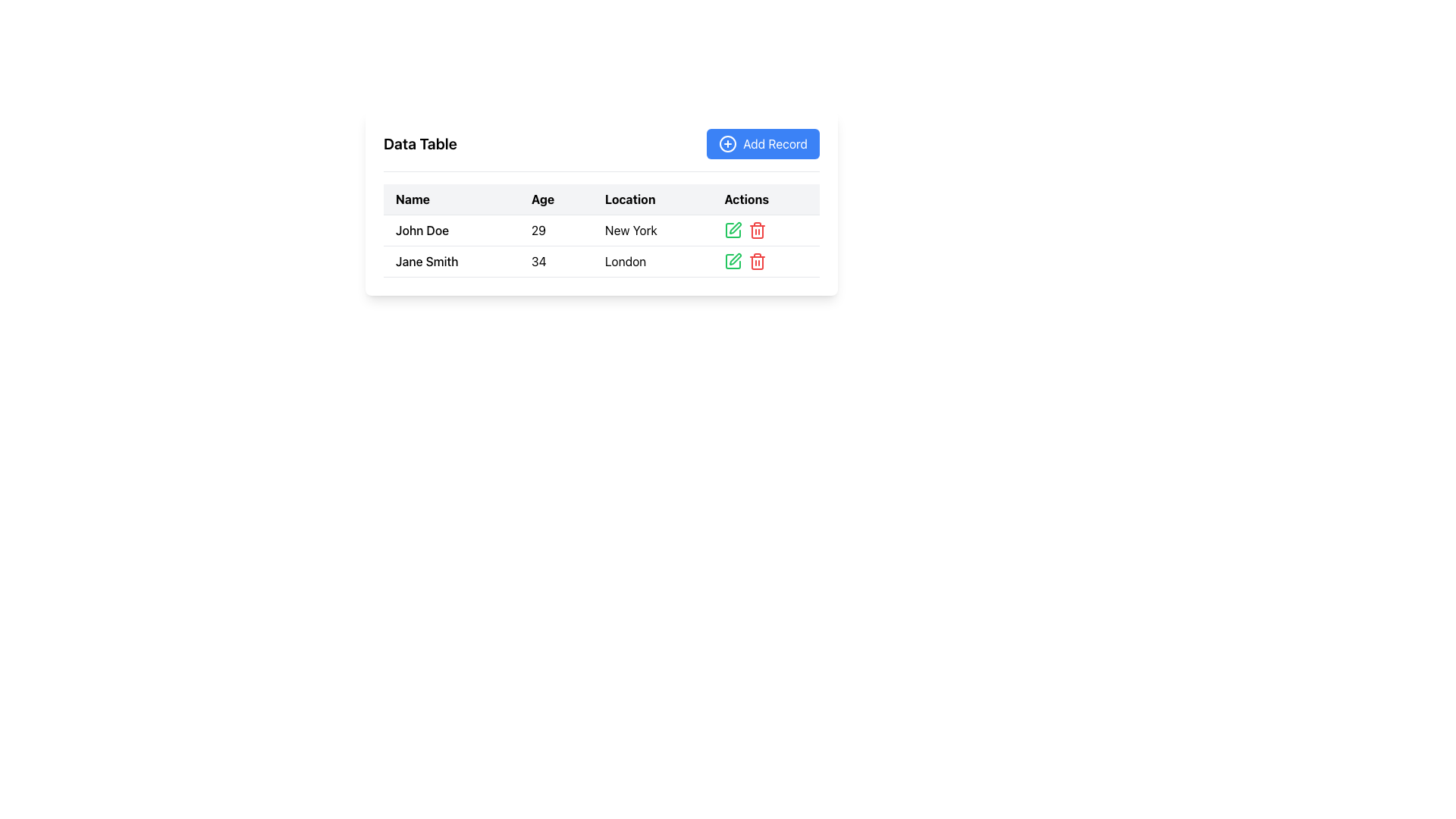 The width and height of the screenshot is (1456, 819). Describe the element at coordinates (733, 231) in the screenshot. I see `the green-colored pencil icon styled as an edit button in the 'Actions' column of the first row of the table` at that location.